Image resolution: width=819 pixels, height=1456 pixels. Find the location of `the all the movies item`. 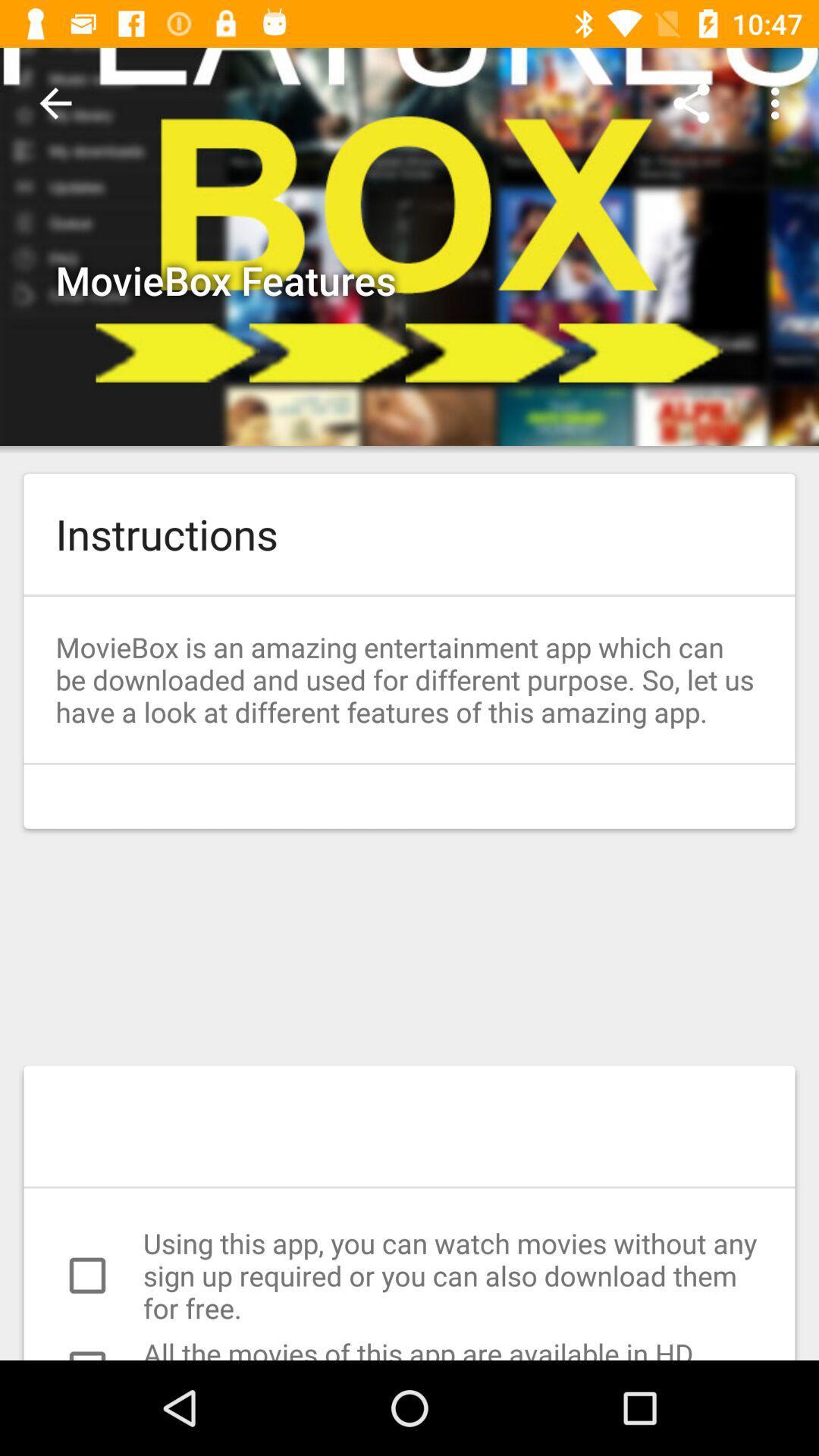

the all the movies item is located at coordinates (409, 1348).